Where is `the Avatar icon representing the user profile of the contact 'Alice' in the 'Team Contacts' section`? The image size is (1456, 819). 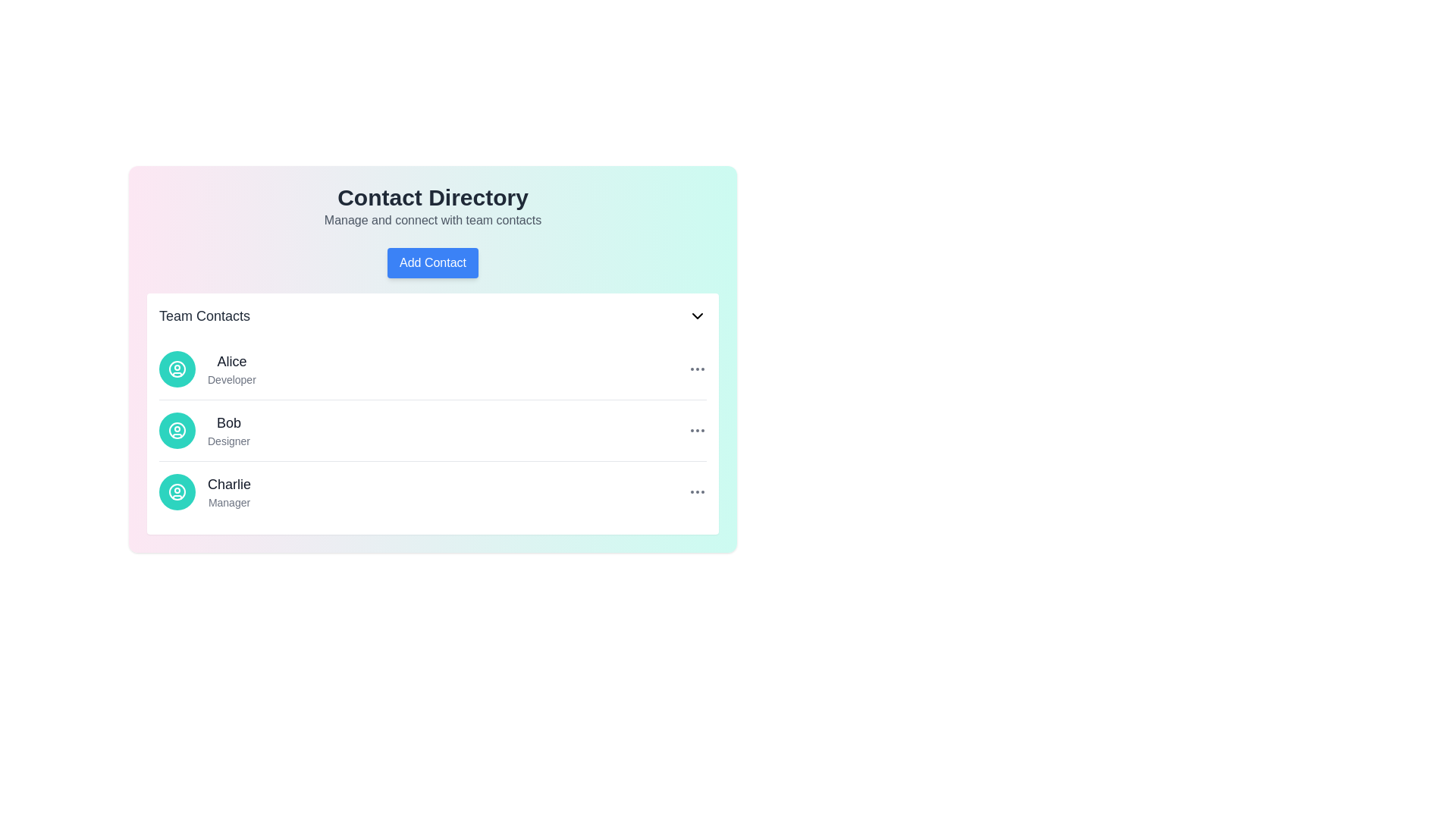 the Avatar icon representing the user profile of the contact 'Alice' in the 'Team Contacts' section is located at coordinates (177, 369).